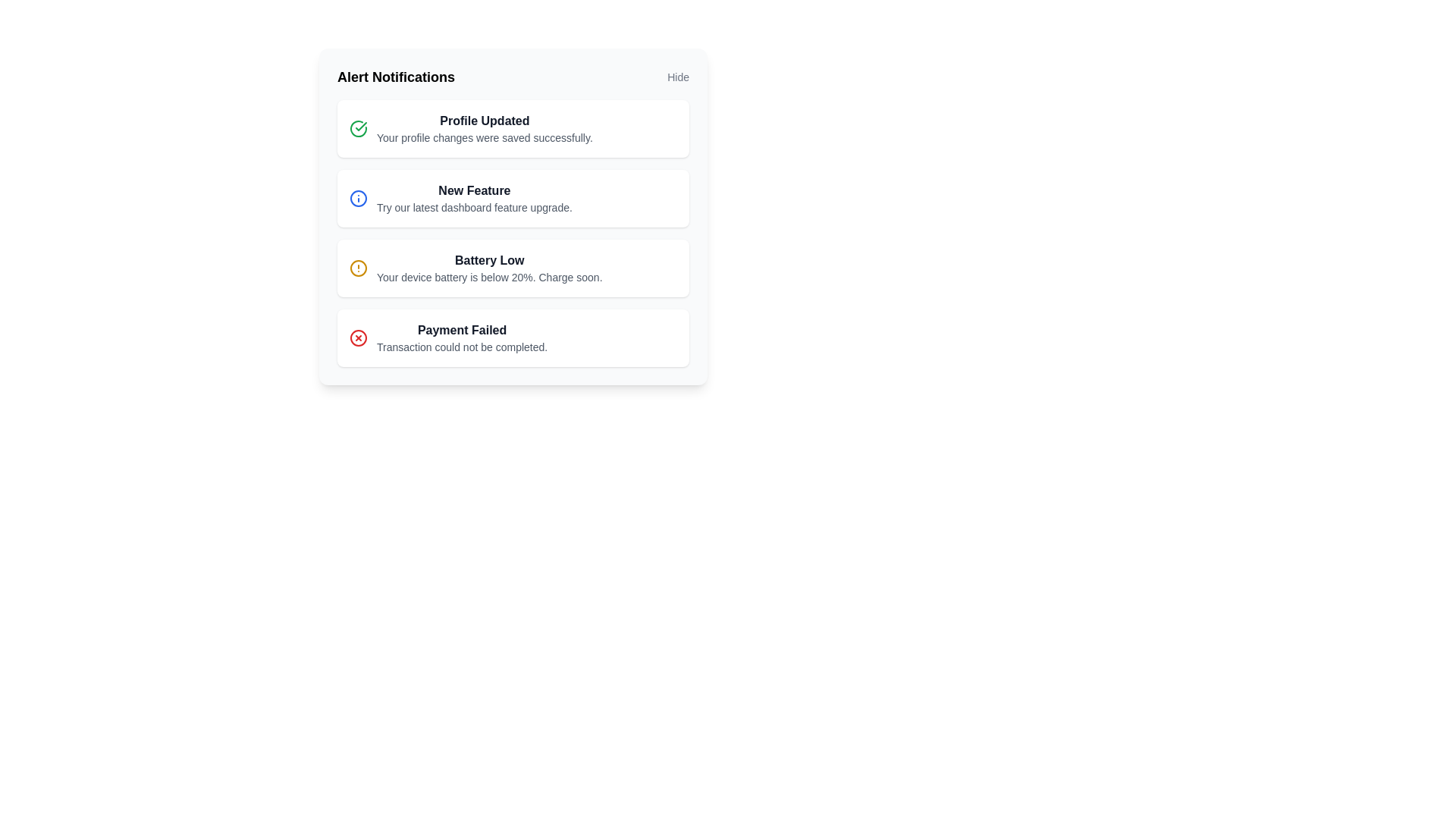  What do you see at coordinates (358, 198) in the screenshot?
I see `the SVG Circle Element in the second notification entry titled 'New Feature' which indicates an alert or category` at bounding box center [358, 198].